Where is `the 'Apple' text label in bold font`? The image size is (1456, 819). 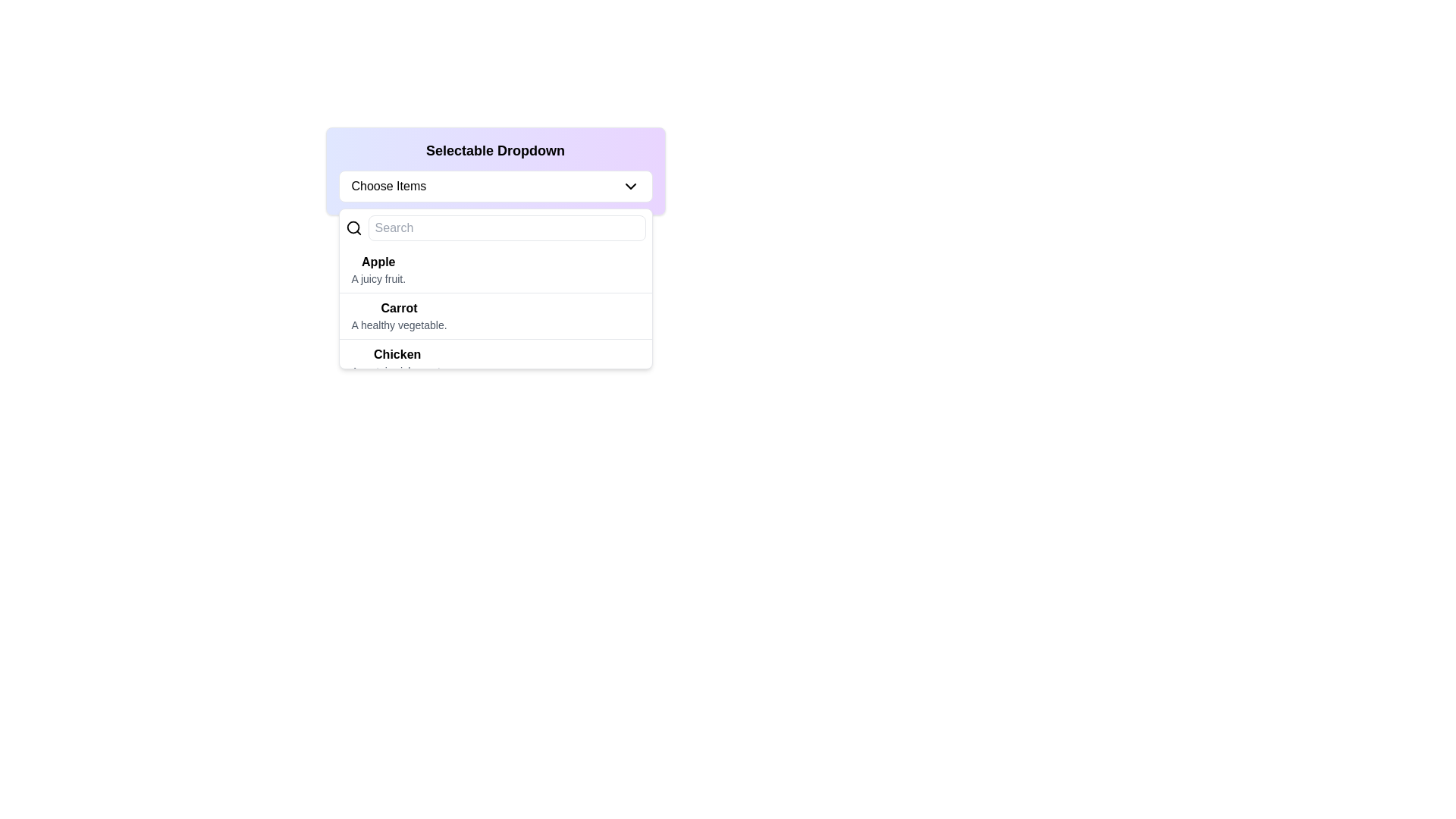 the 'Apple' text label in bold font is located at coordinates (378, 262).